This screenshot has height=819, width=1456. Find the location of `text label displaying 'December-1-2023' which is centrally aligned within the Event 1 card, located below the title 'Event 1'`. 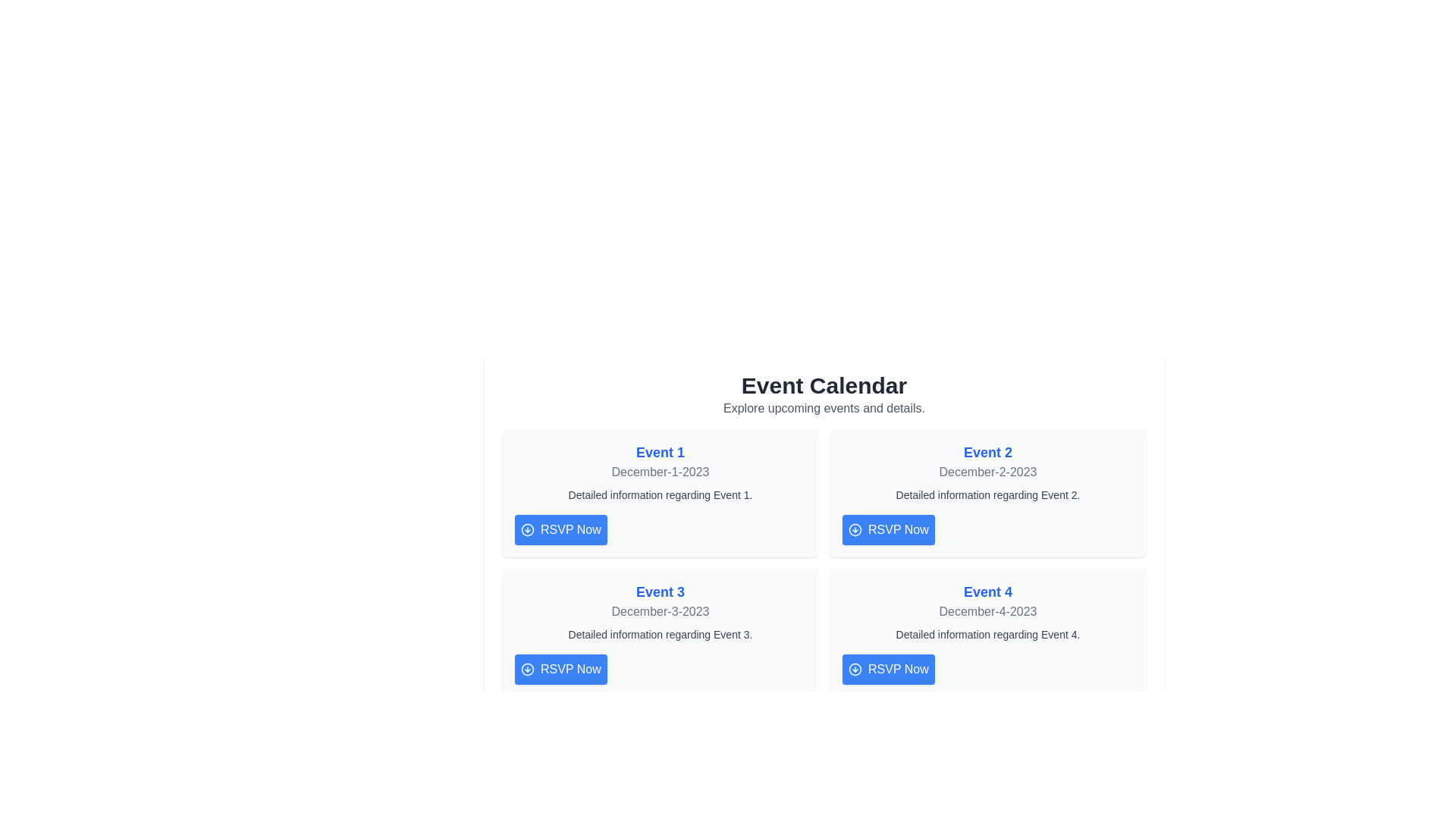

text label displaying 'December-1-2023' which is centrally aligned within the Event 1 card, located below the title 'Event 1' is located at coordinates (660, 472).